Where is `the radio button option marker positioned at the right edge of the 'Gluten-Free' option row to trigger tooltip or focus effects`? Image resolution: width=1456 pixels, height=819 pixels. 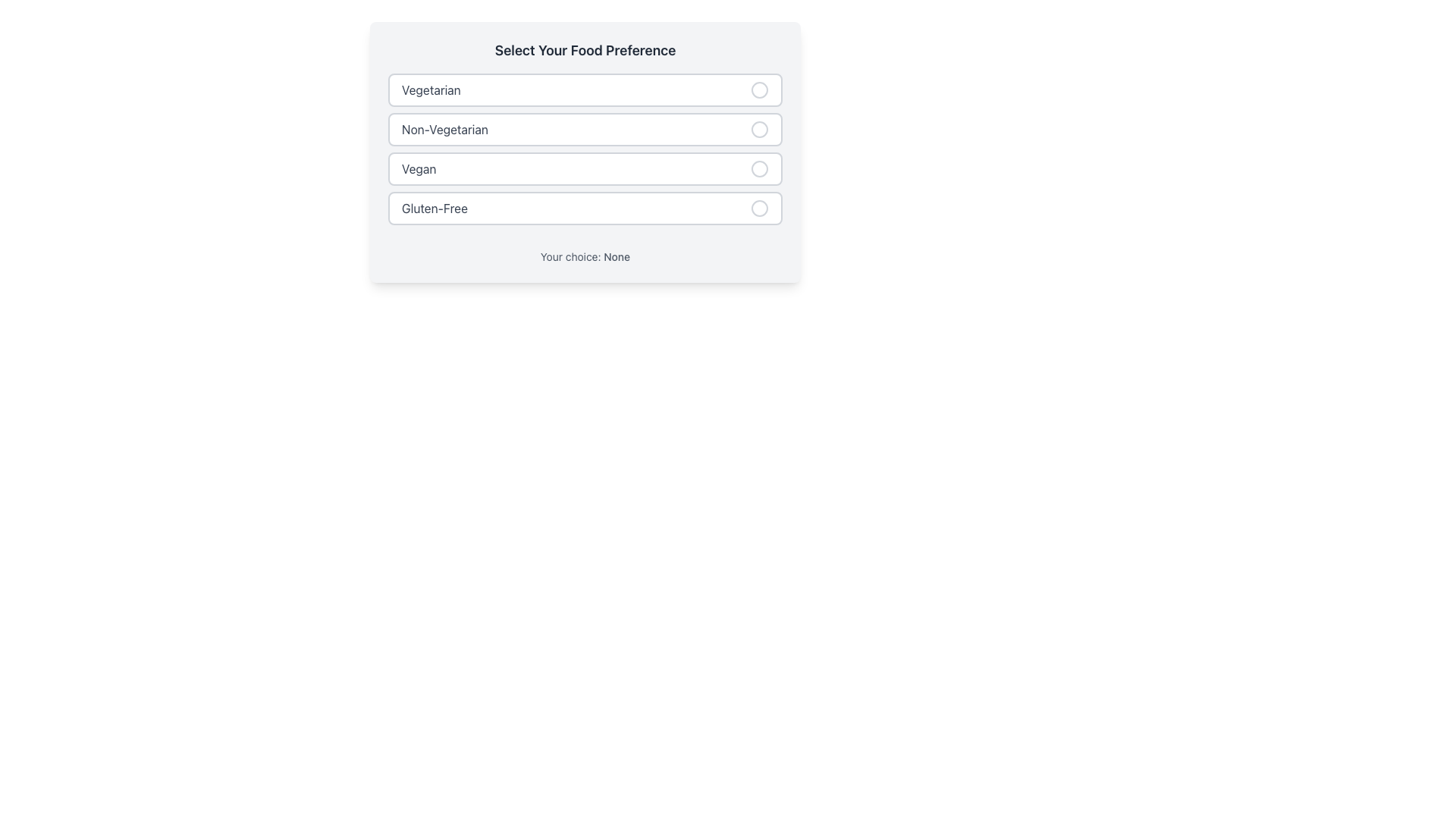 the radio button option marker positioned at the right edge of the 'Gluten-Free' option row to trigger tooltip or focus effects is located at coordinates (760, 208).